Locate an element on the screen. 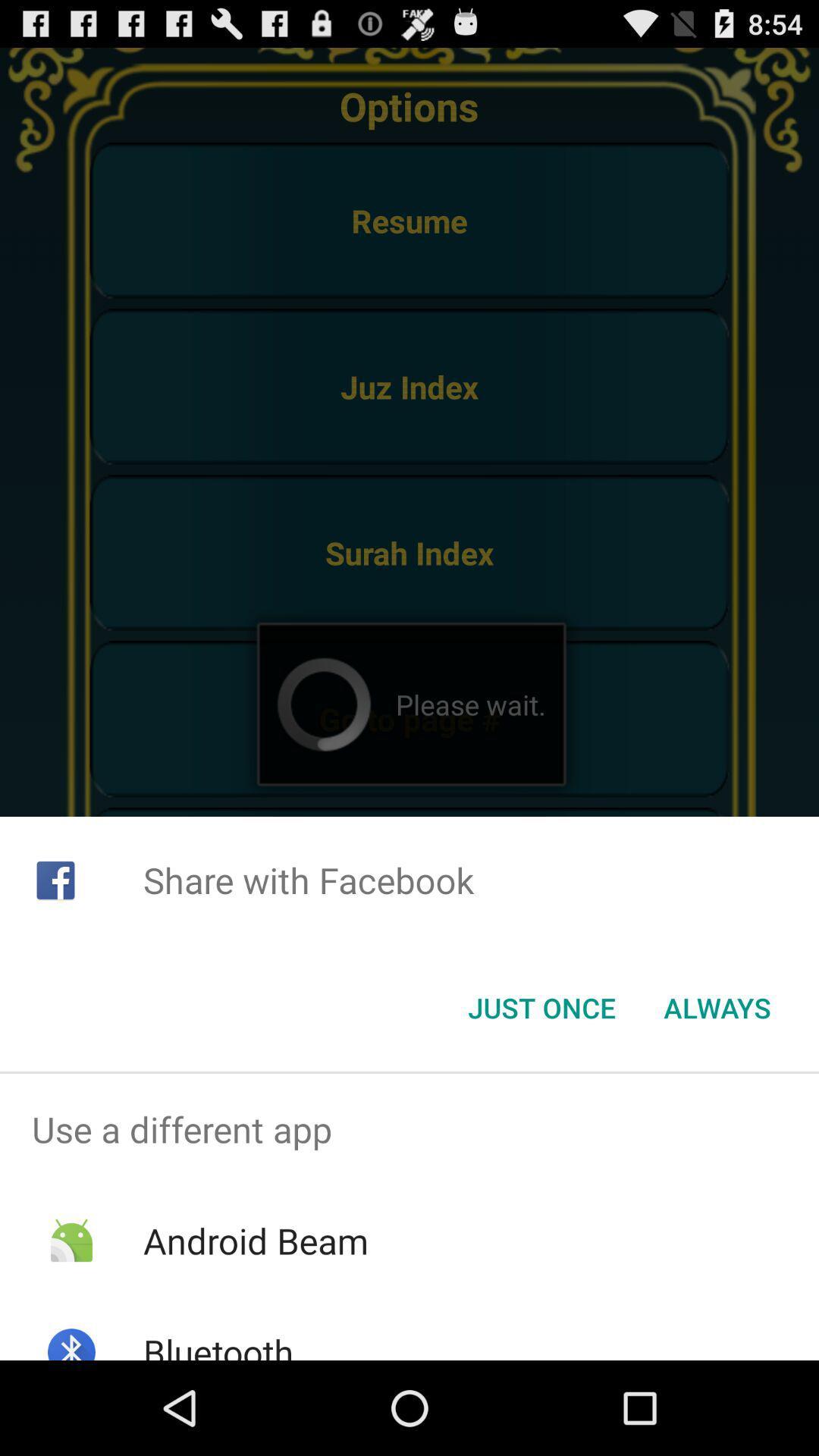 This screenshot has height=1456, width=819. the button to the left of always is located at coordinates (541, 1008).